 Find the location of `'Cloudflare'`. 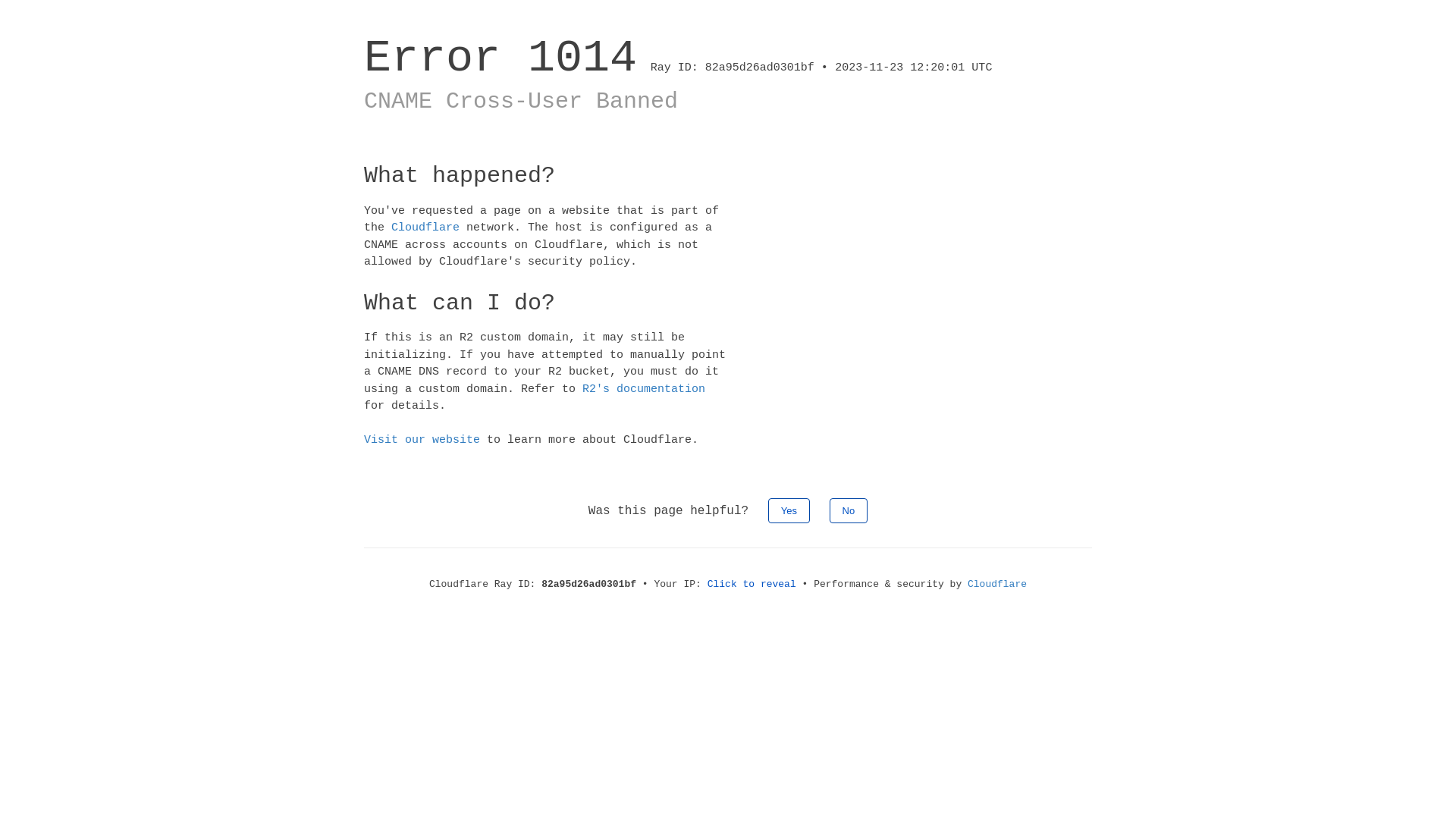

'Cloudflare' is located at coordinates (425, 227).